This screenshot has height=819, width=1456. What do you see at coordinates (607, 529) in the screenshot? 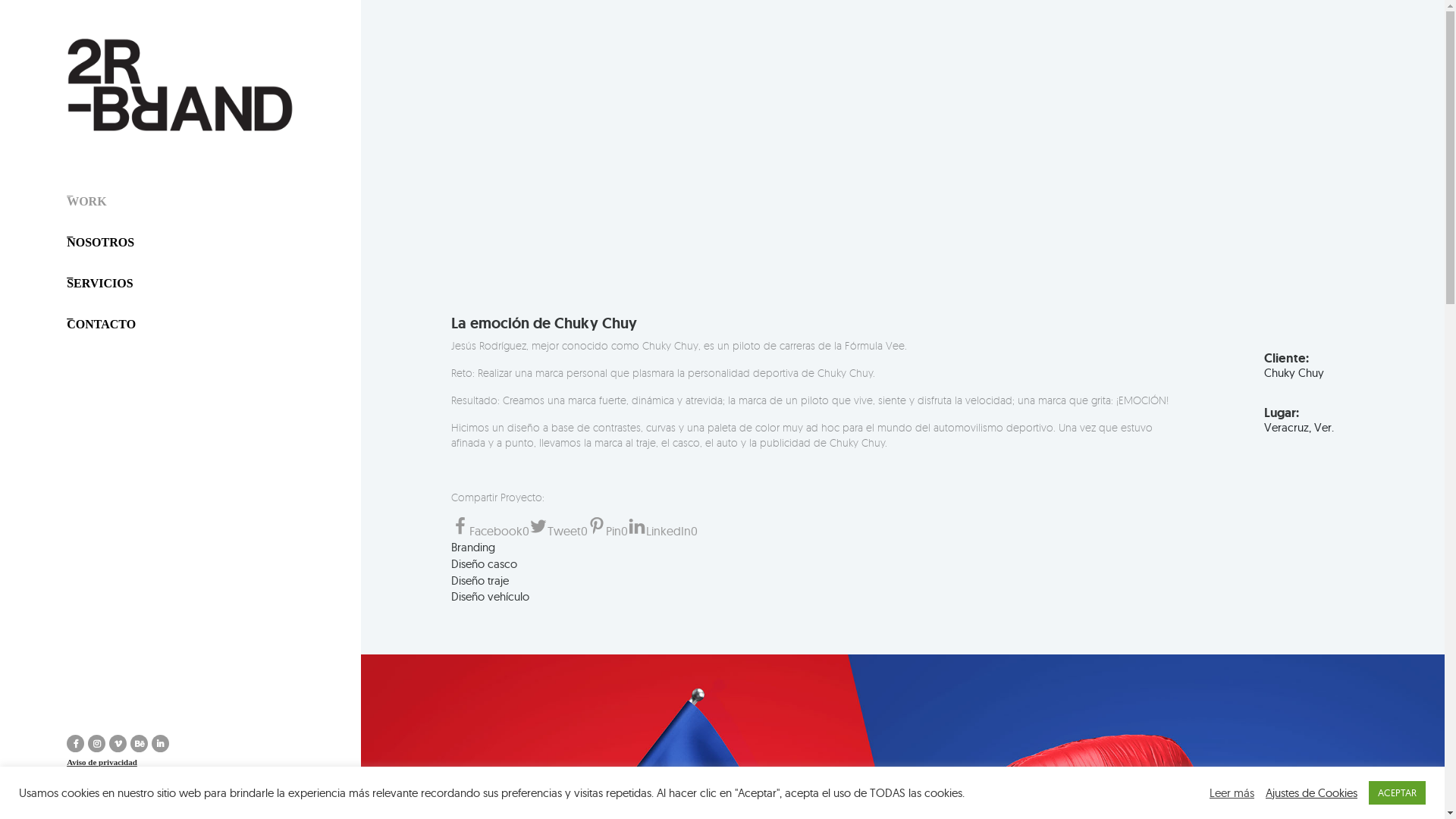
I see `'Pin0'` at bounding box center [607, 529].